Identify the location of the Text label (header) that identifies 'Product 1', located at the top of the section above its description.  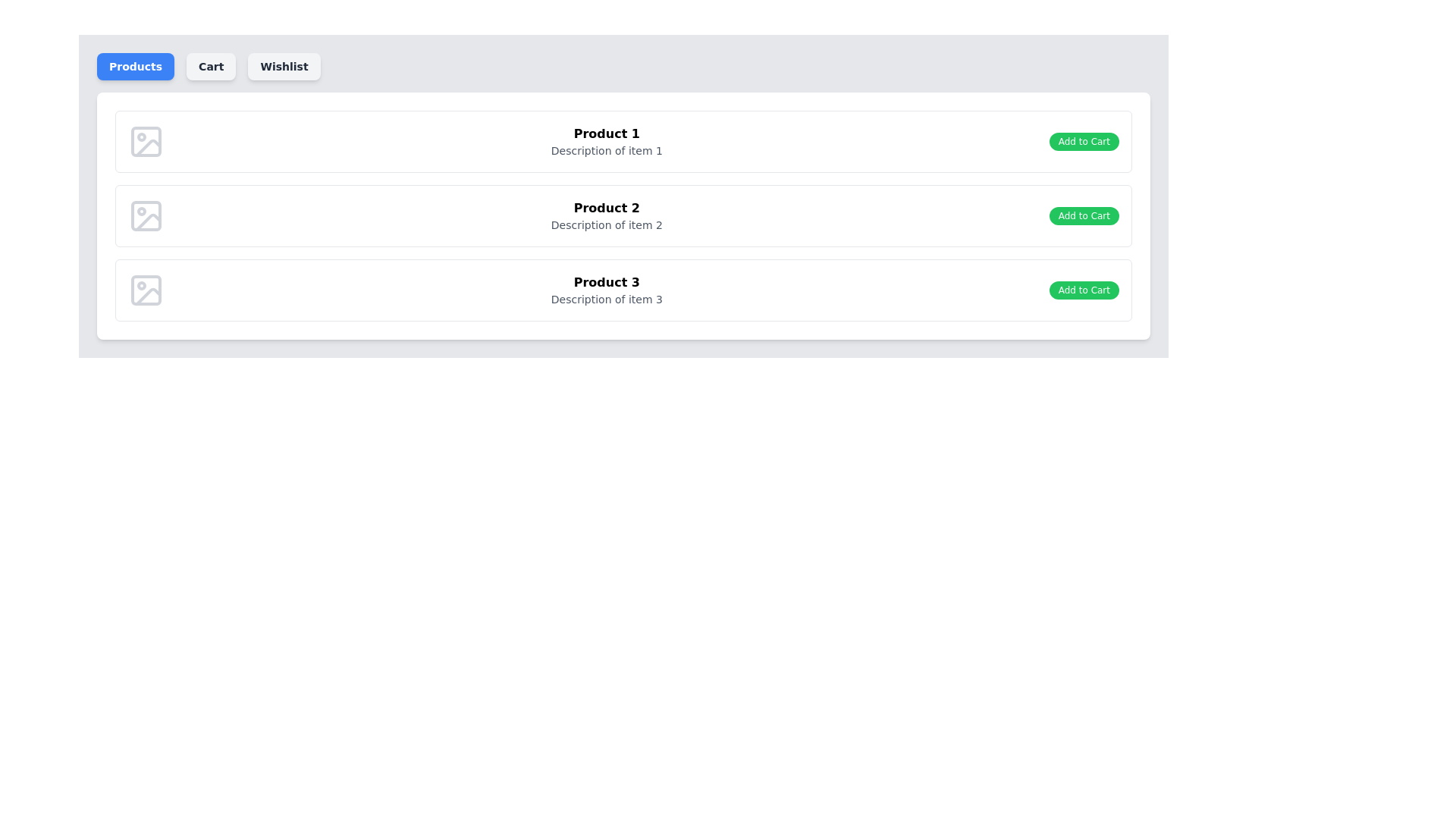
(607, 133).